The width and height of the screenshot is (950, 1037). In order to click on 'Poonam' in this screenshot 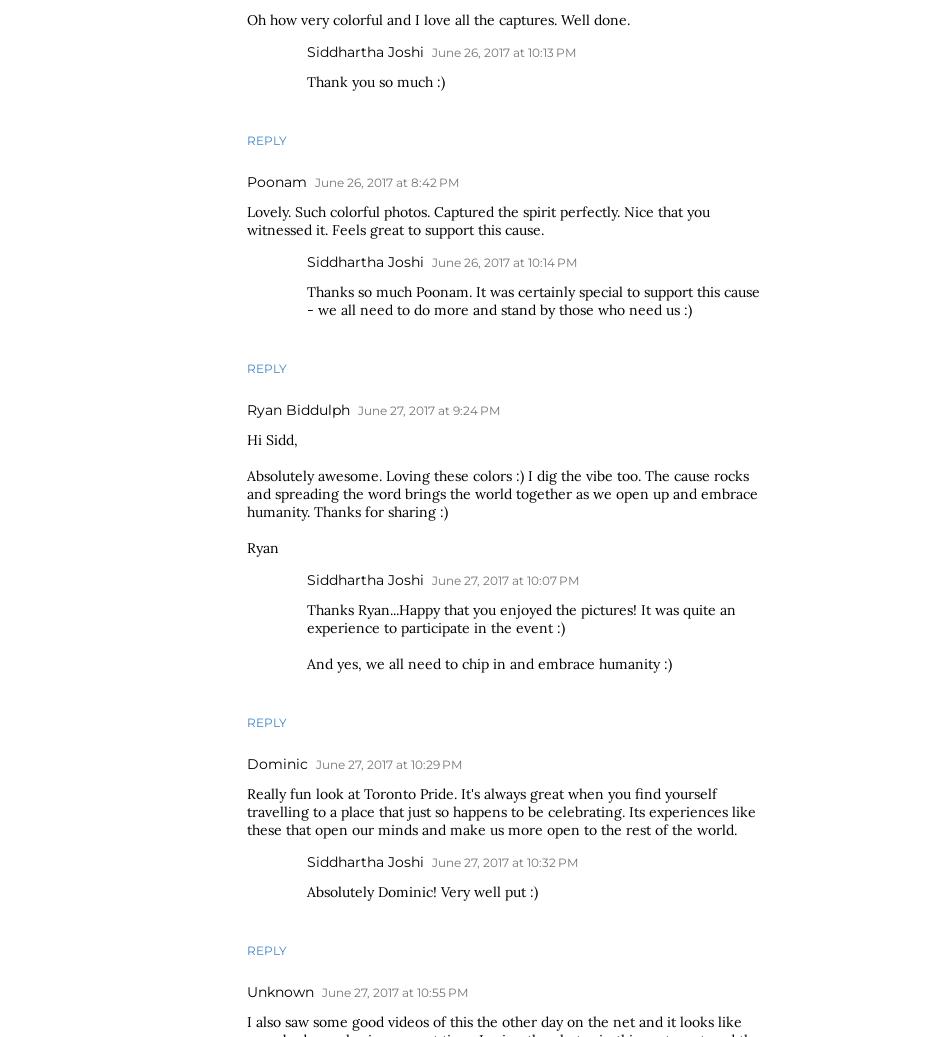, I will do `click(246, 180)`.